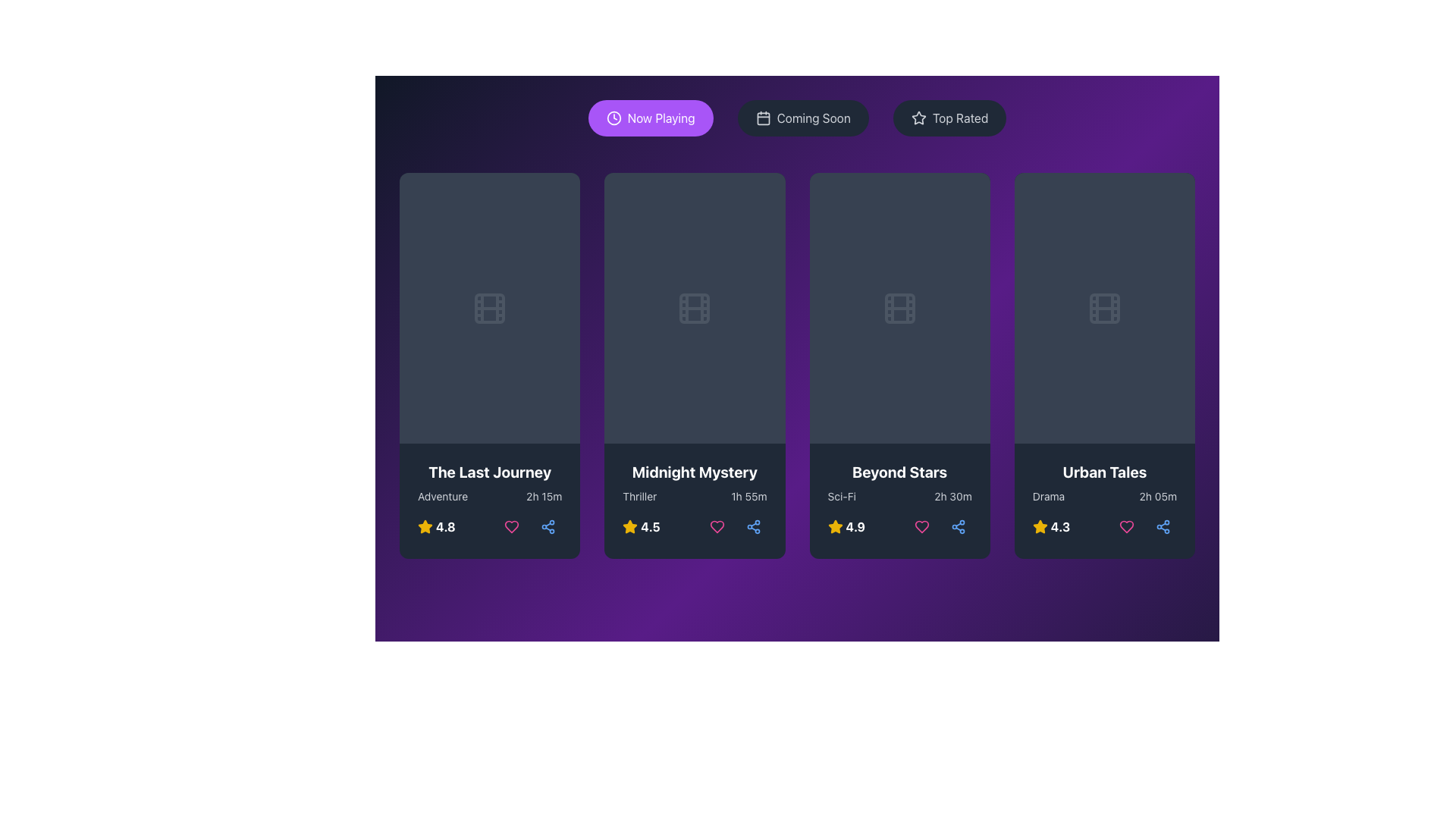 This screenshot has width=1456, height=819. I want to click on the genre or category label text element located at the bottom left of the horizontal card, which precedes another text element displaying '2h 15m', so click(442, 497).